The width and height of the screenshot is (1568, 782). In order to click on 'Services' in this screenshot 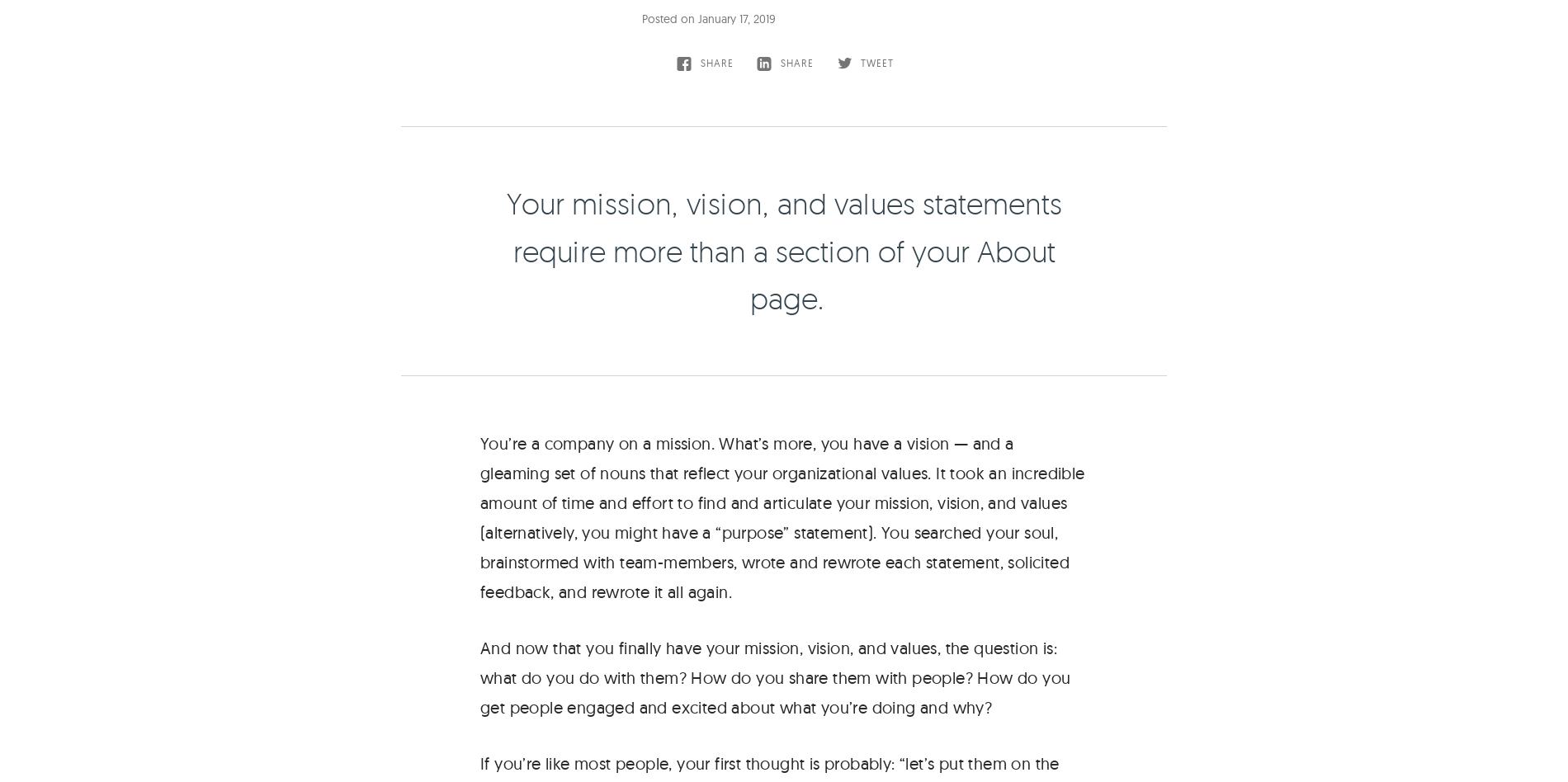, I will do `click(807, 725)`.